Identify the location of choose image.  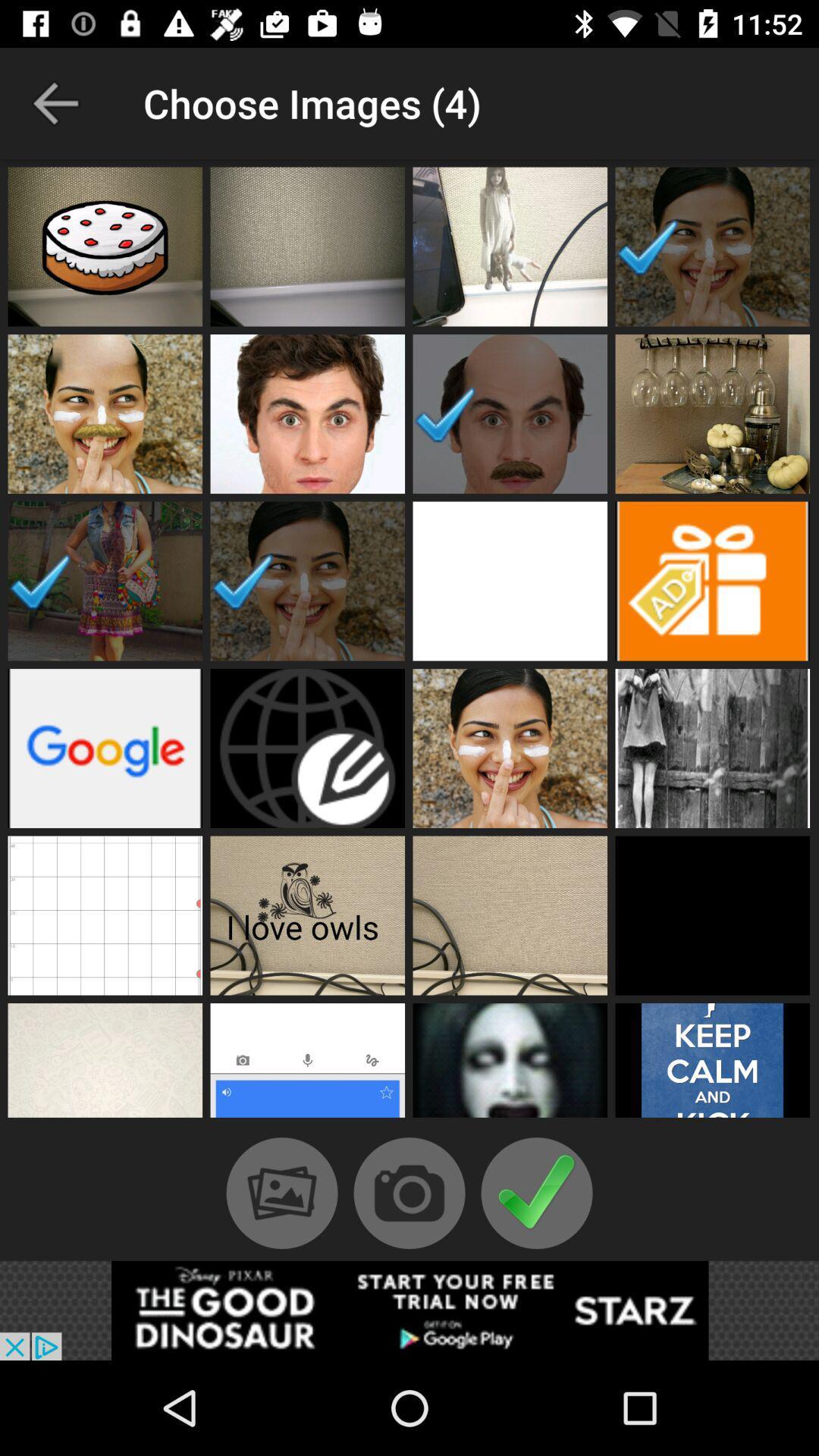
(510, 915).